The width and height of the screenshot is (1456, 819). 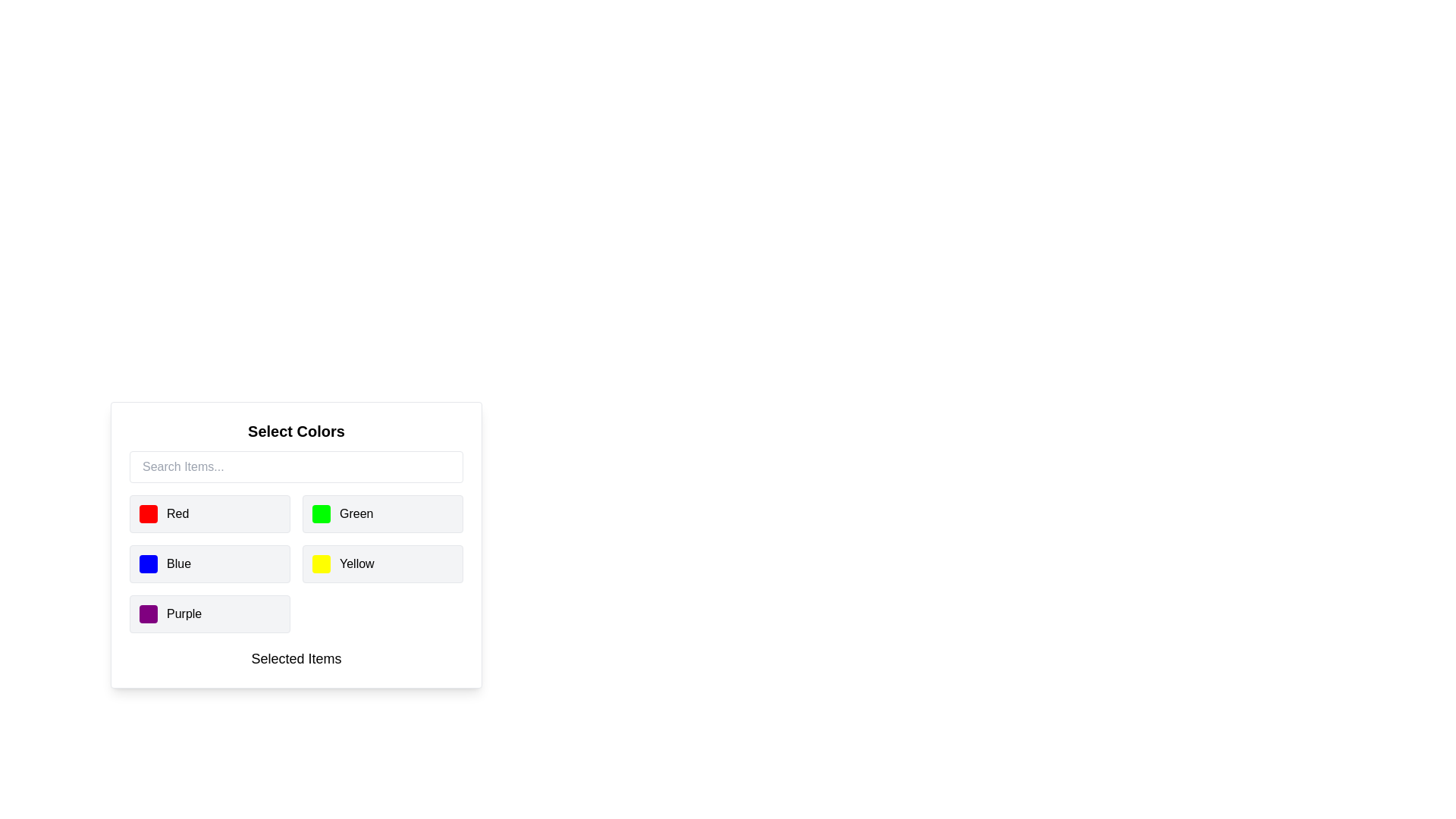 What do you see at coordinates (165, 564) in the screenshot?
I see `the label with a round blue icon and the text 'Blue', positioned in the second row, first column of the grid under the 'Select Colors' header` at bounding box center [165, 564].